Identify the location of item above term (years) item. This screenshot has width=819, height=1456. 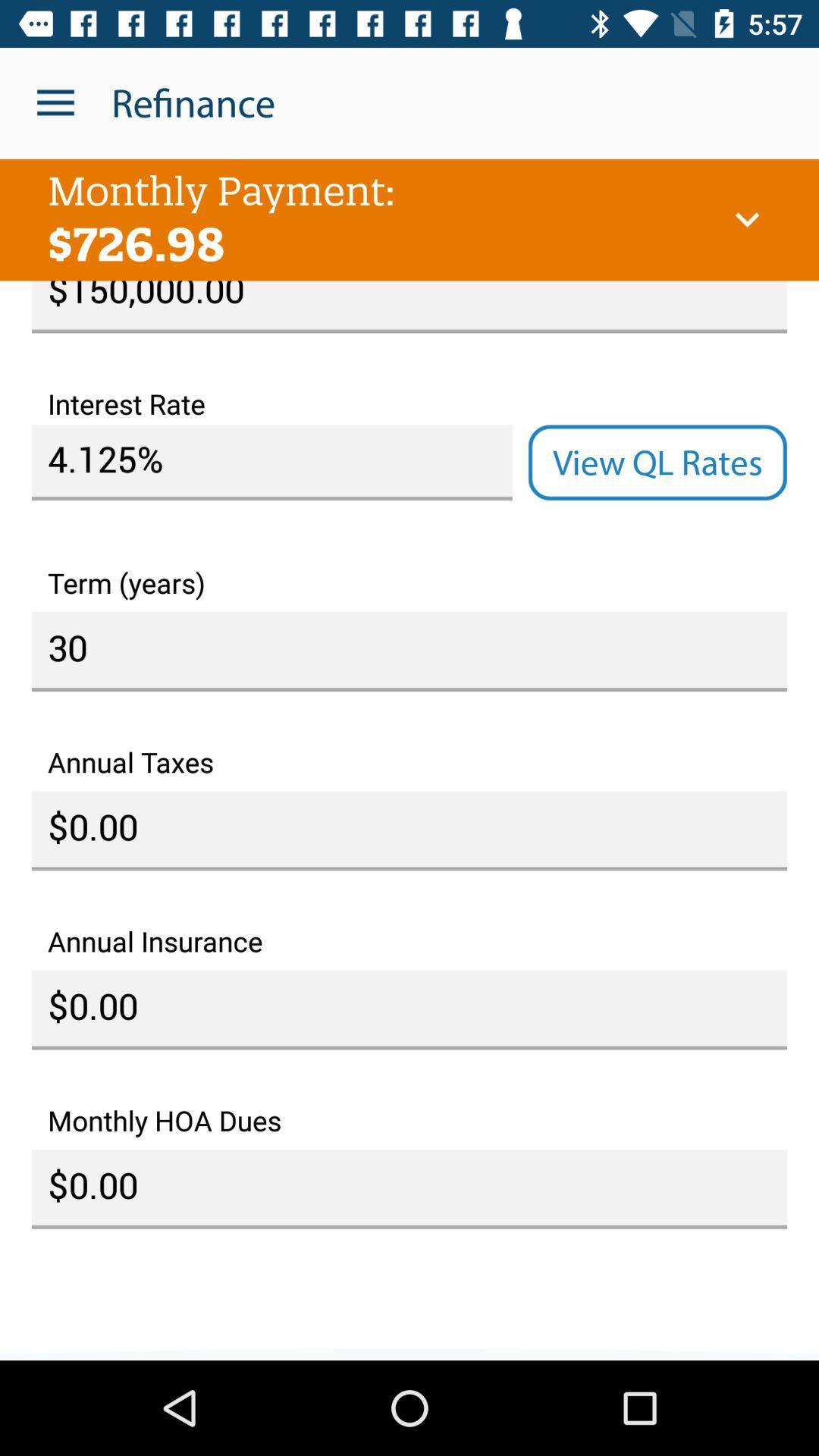
(657, 462).